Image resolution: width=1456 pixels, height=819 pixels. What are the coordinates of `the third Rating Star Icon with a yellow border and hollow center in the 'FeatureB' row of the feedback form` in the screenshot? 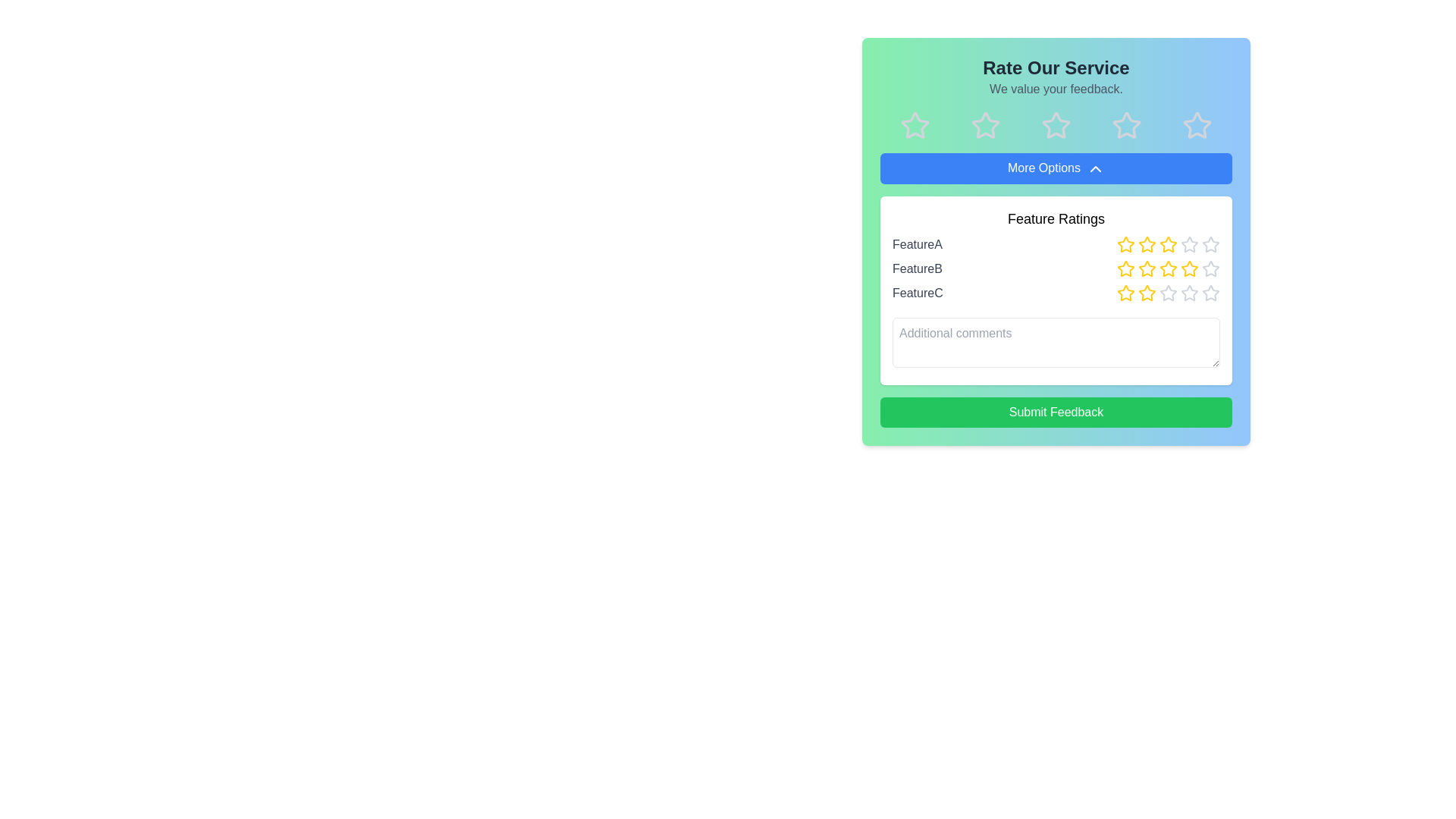 It's located at (1147, 268).